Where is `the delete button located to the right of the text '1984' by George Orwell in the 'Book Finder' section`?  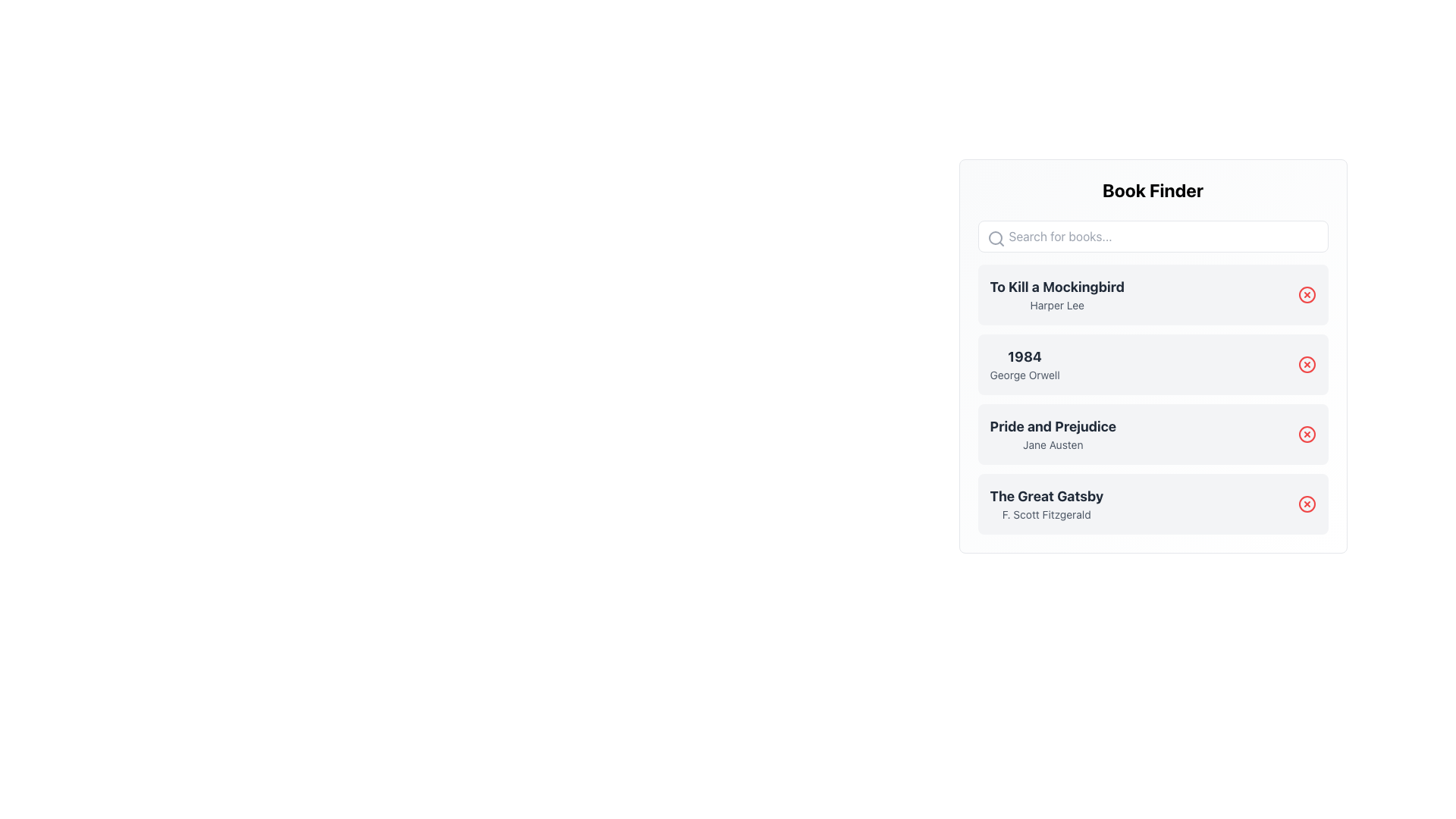 the delete button located to the right of the text '1984' by George Orwell in the 'Book Finder' section is located at coordinates (1306, 365).